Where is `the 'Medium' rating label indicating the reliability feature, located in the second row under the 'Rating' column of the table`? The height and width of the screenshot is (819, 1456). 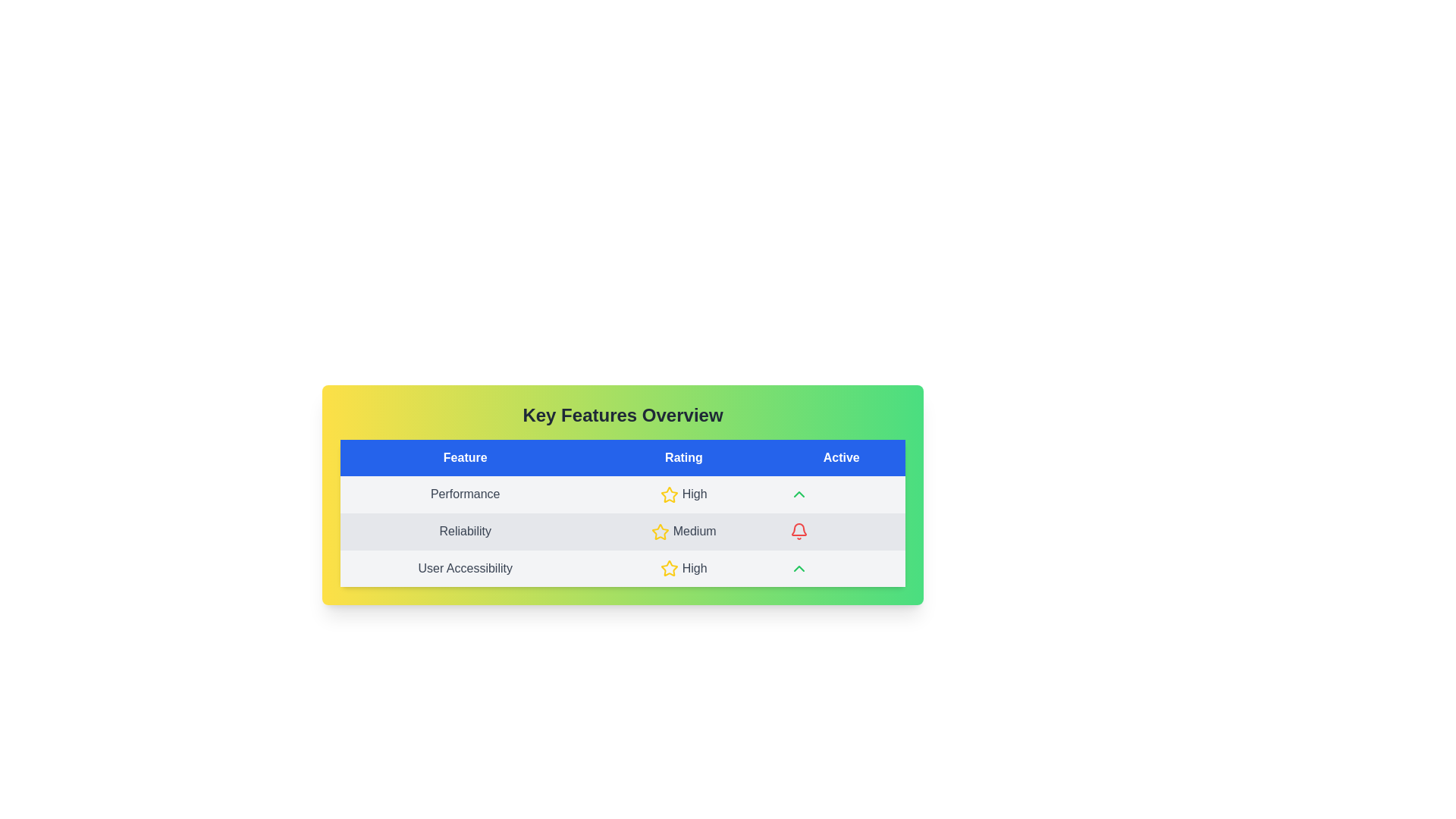 the 'Medium' rating label indicating the reliability feature, located in the second row under the 'Rating' column of the table is located at coordinates (683, 531).